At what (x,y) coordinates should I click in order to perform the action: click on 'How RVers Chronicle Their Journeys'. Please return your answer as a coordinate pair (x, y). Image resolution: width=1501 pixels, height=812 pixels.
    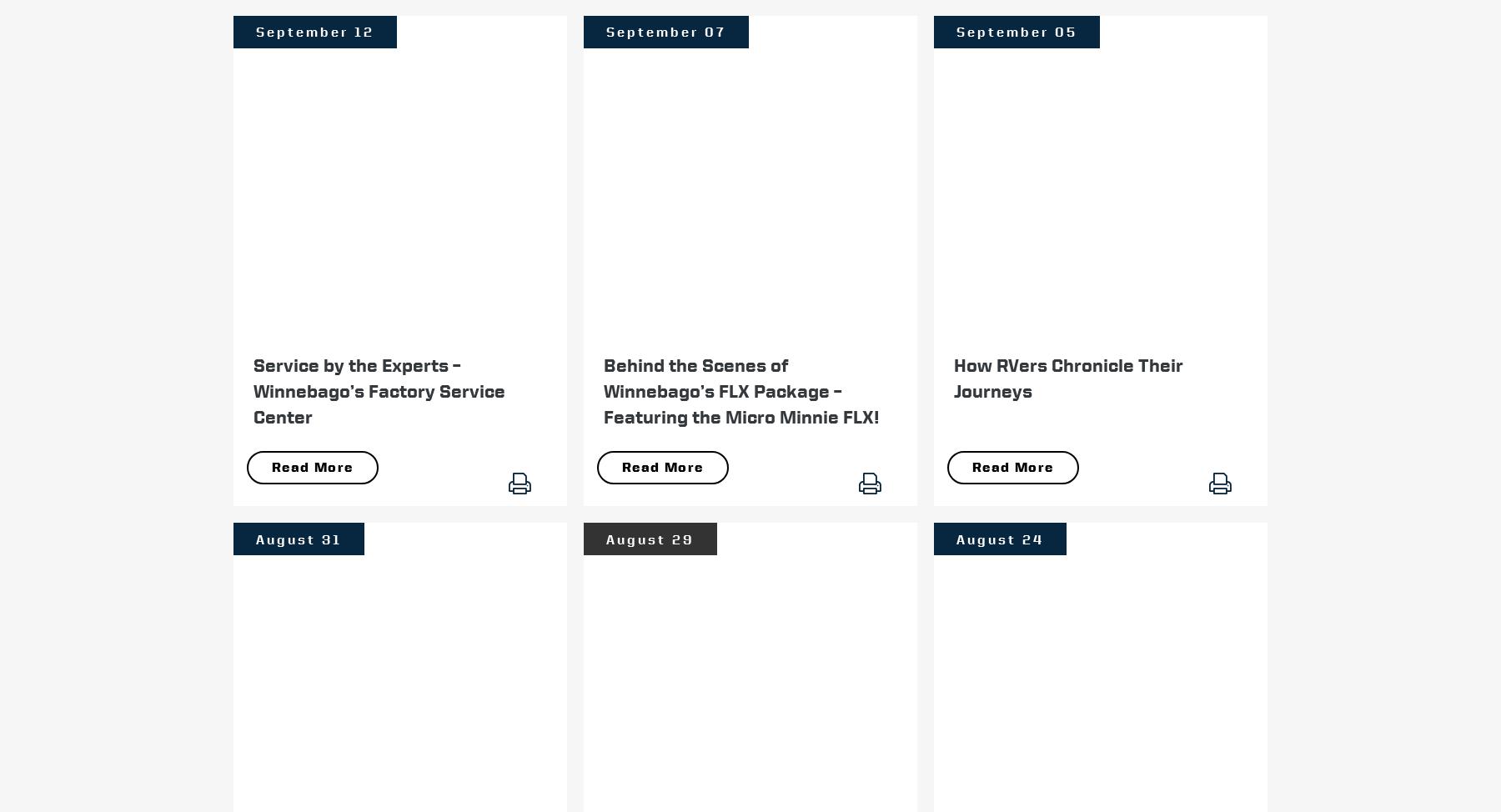
    Looking at the image, I should click on (1068, 377).